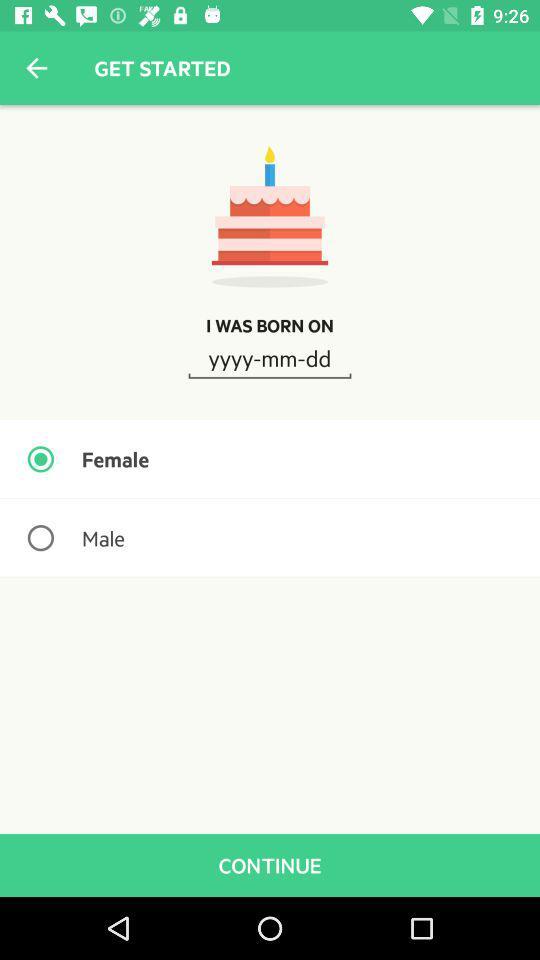 This screenshot has height=960, width=540. I want to click on item below the yyyy-mm-dd icon, so click(270, 459).